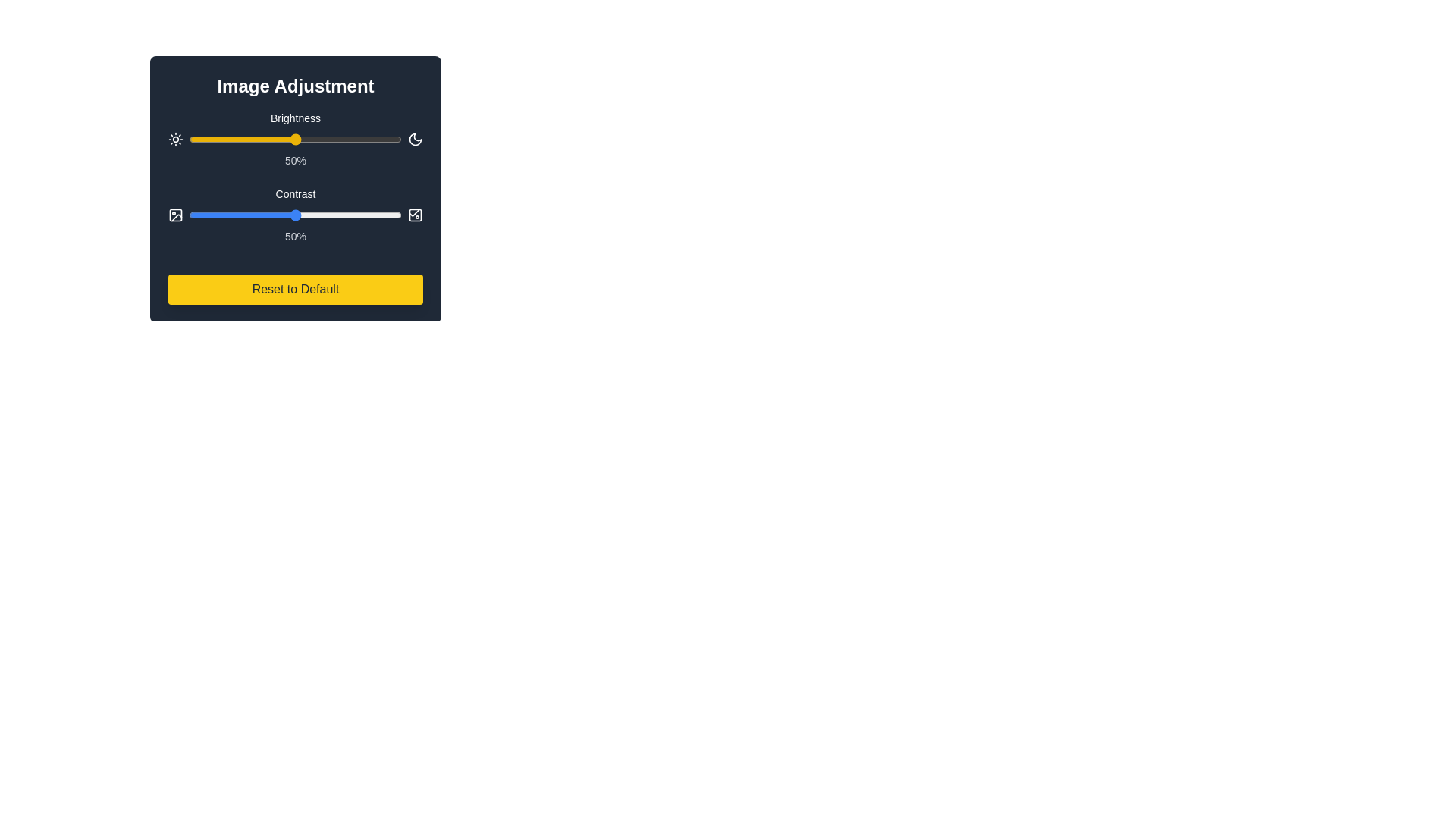 The height and width of the screenshot is (819, 1456). I want to click on the brightness, so click(259, 140).